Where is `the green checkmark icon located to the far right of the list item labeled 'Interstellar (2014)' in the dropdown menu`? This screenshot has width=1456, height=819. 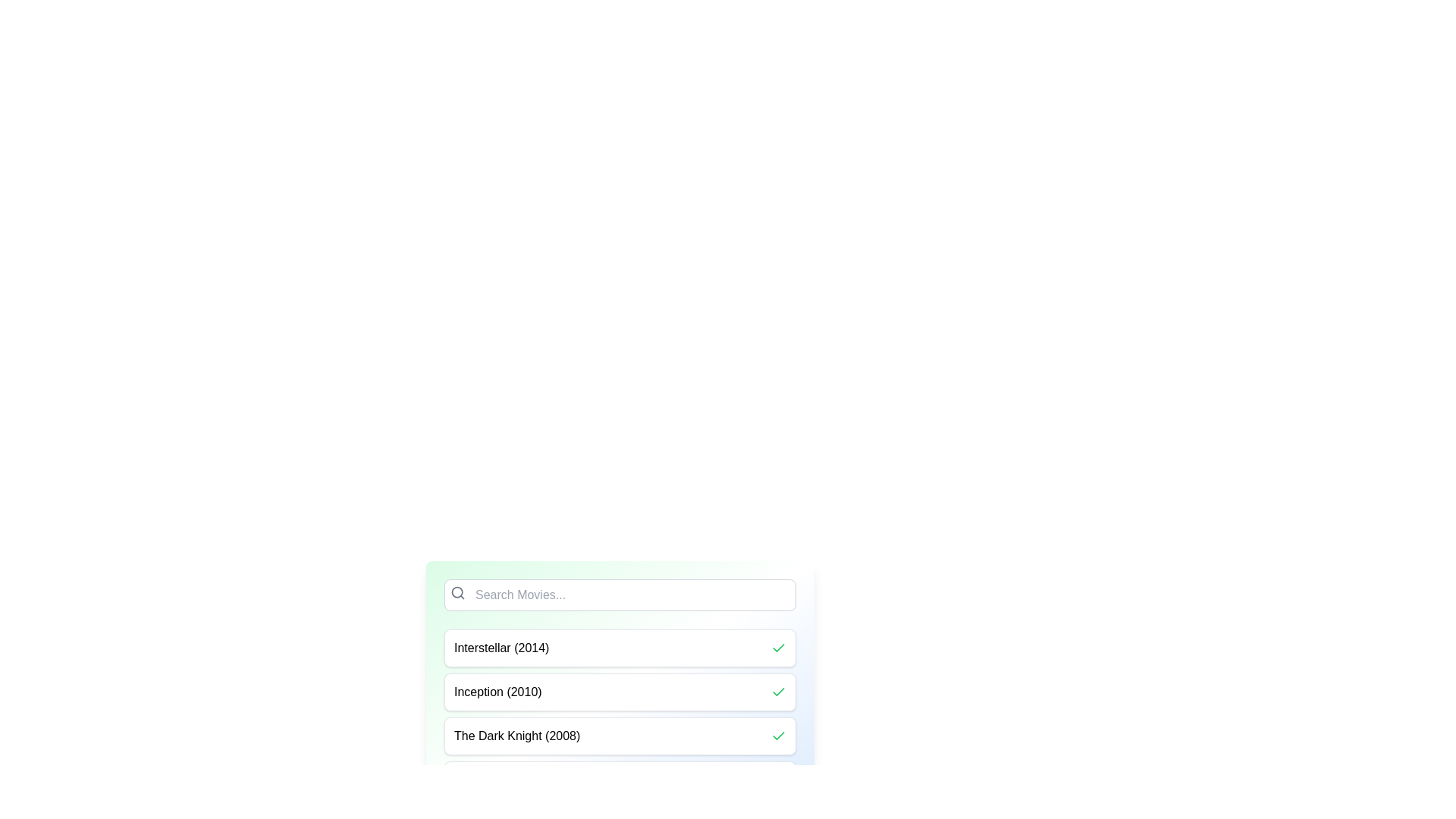 the green checkmark icon located to the far right of the list item labeled 'Interstellar (2014)' in the dropdown menu is located at coordinates (779, 648).